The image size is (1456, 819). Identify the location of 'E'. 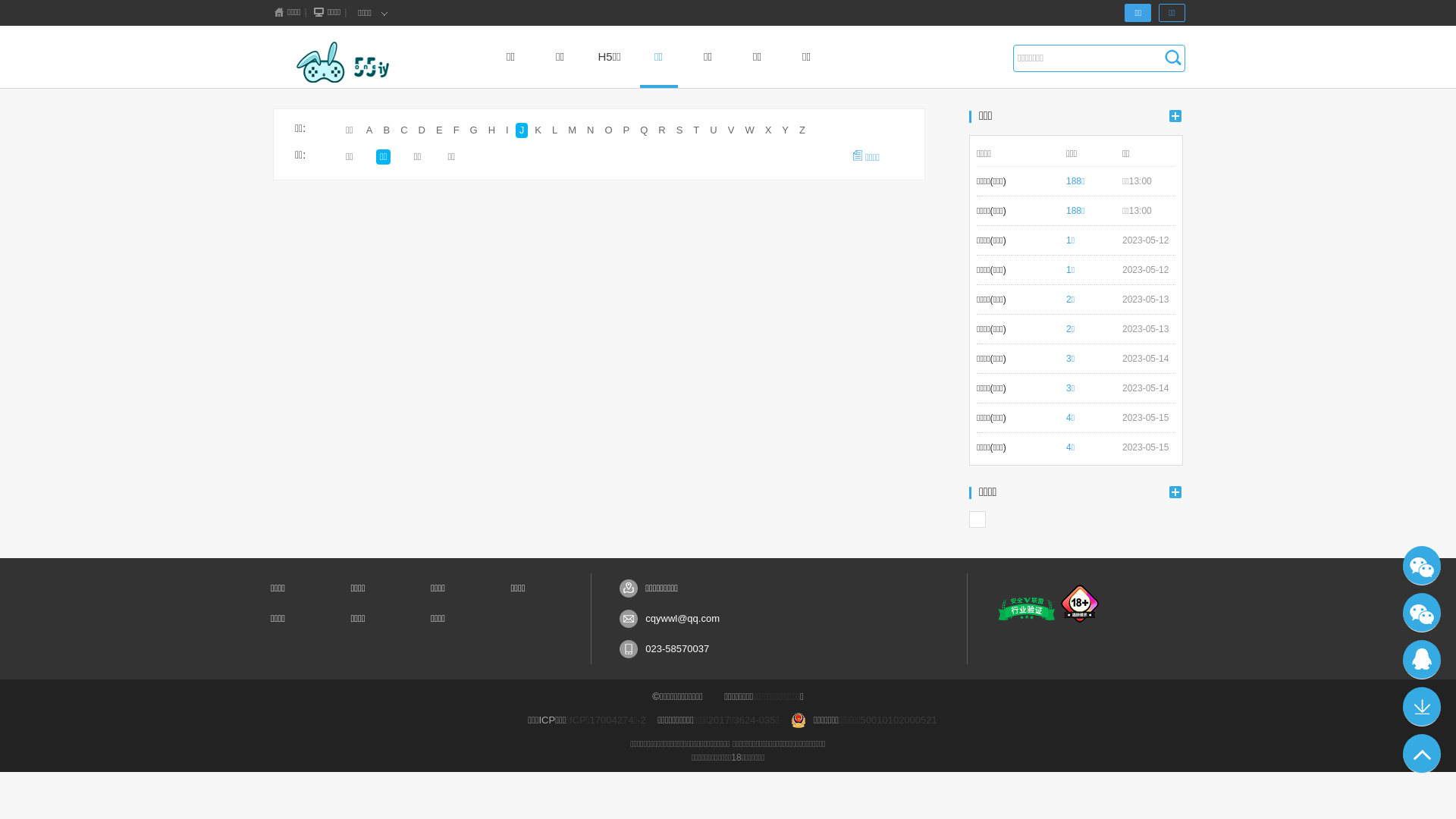
(438, 130).